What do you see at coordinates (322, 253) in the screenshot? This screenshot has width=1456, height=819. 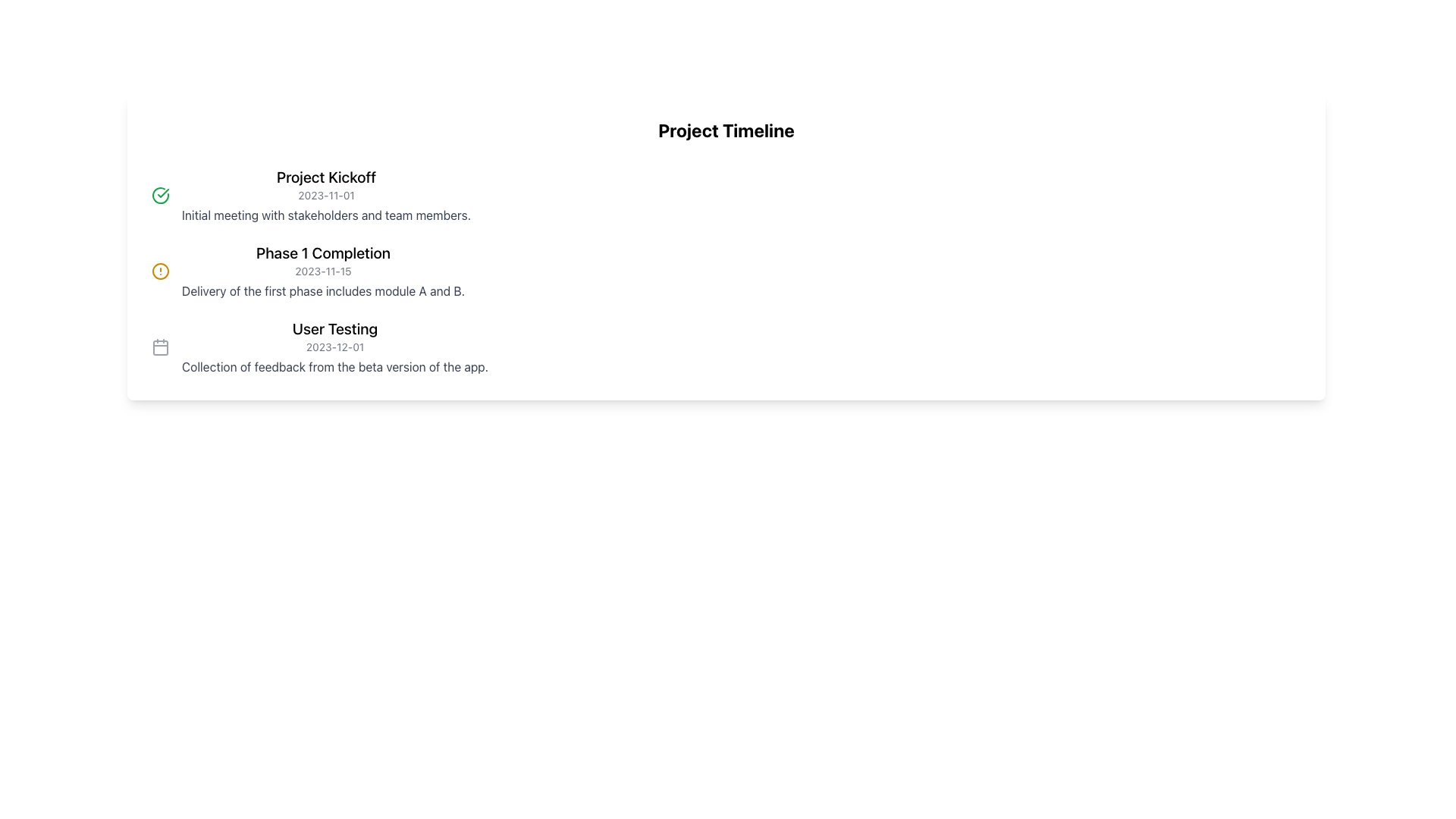 I see `the text label indicating 'Phase 1 Completion', which serves as the title for this milestone, located above the date '2023-11-15'` at bounding box center [322, 253].